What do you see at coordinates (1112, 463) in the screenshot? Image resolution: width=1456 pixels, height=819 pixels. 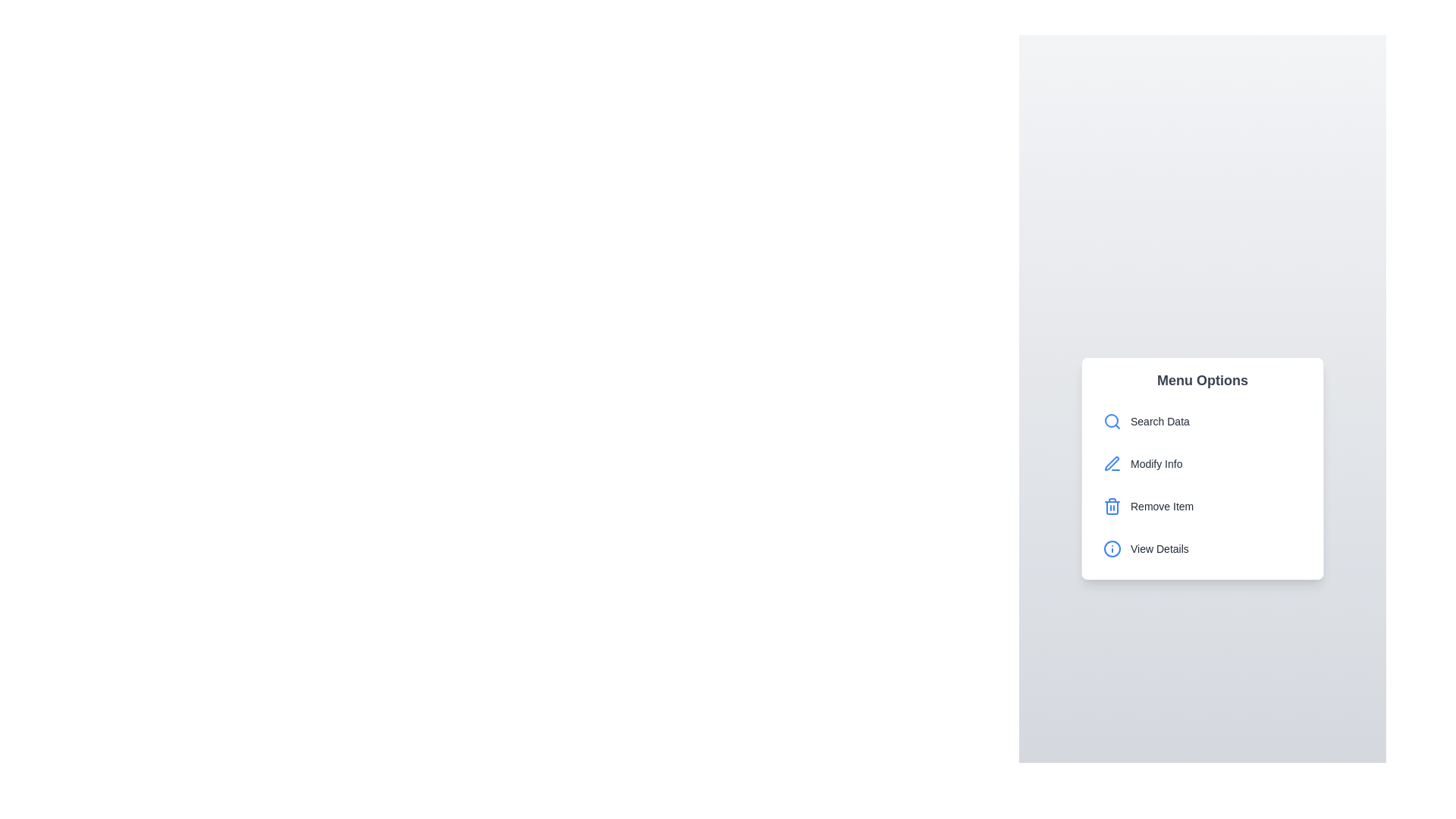 I see `the edit icon located to the left of the 'Modify Info' text within the second menu option of the 'Menu Options' panel` at bounding box center [1112, 463].